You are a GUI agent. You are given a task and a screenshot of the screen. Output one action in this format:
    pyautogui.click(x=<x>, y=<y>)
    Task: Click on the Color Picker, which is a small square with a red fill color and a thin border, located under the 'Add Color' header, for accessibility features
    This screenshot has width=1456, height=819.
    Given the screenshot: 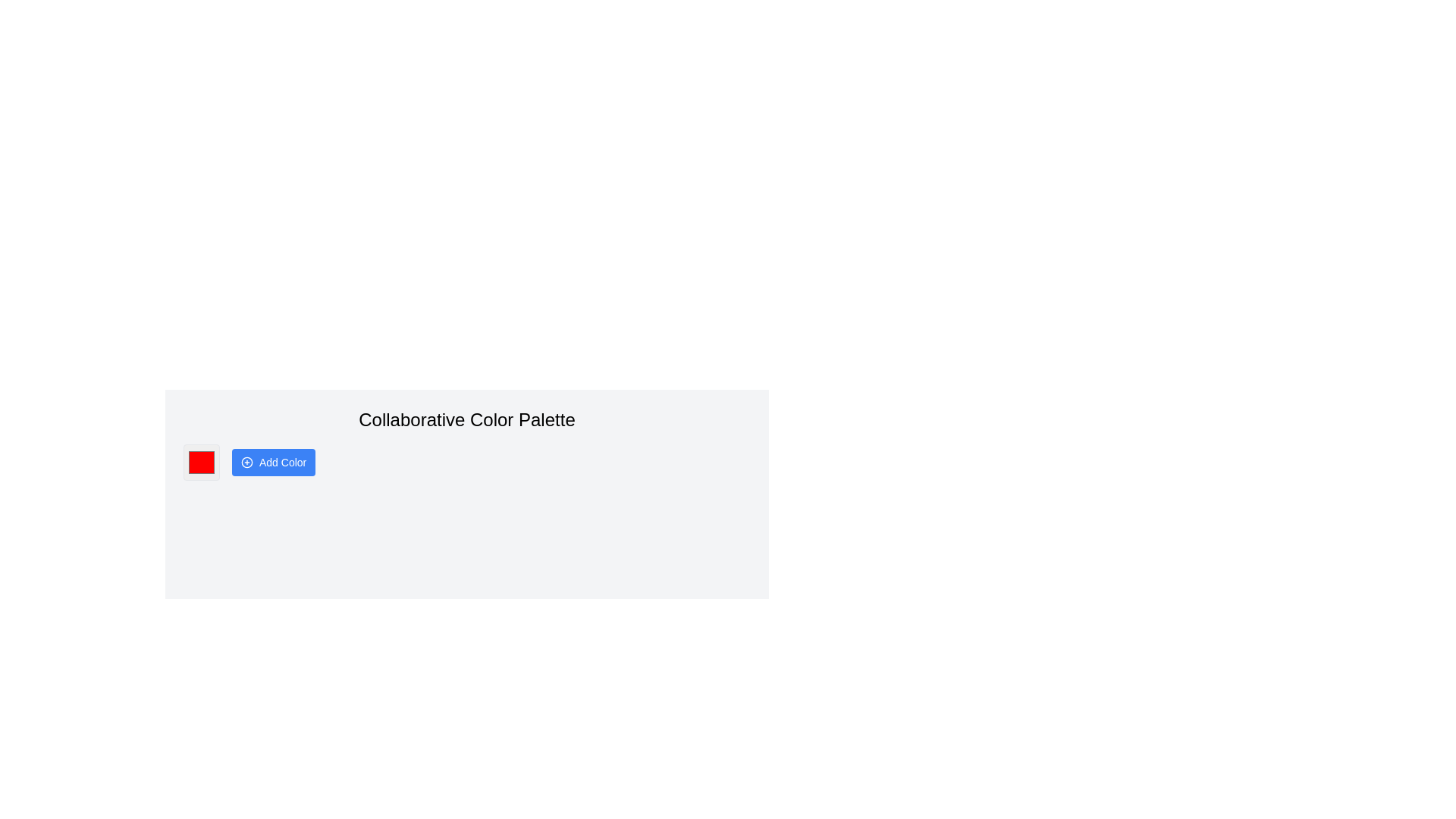 What is the action you would take?
    pyautogui.click(x=200, y=461)
    